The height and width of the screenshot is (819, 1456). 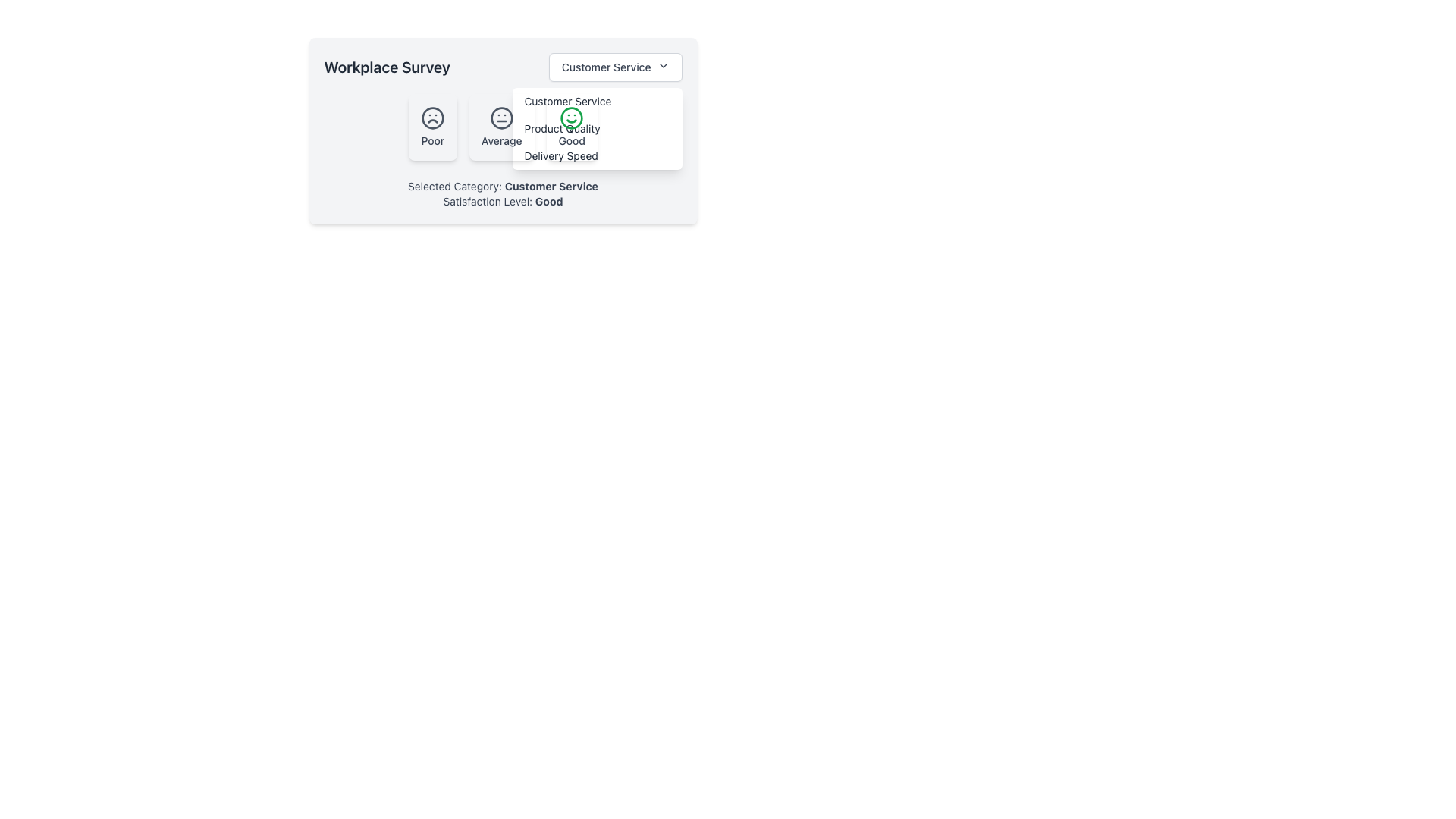 What do you see at coordinates (432, 127) in the screenshot?
I see `the 'Poor' rating button in the feedback form` at bounding box center [432, 127].